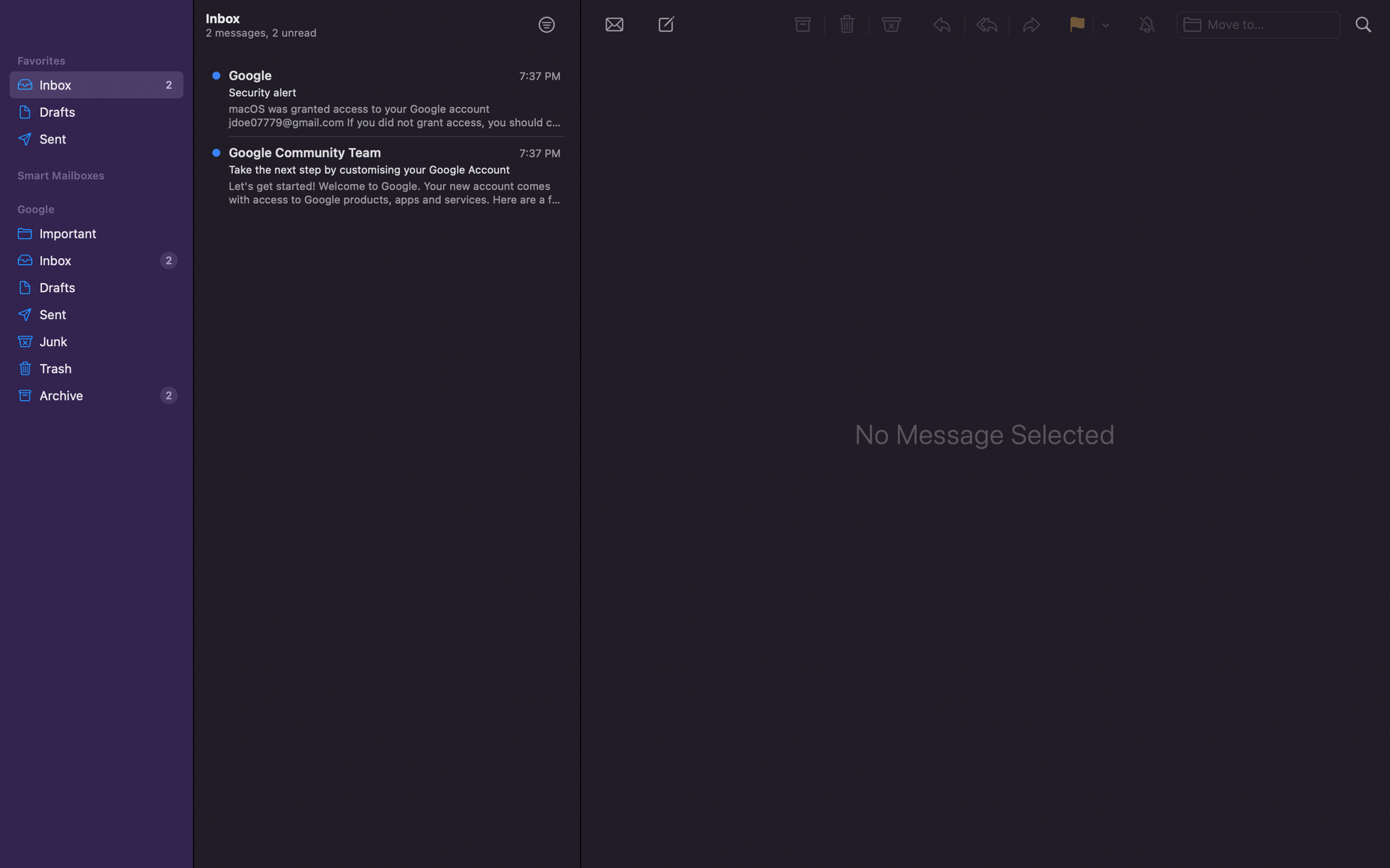 This screenshot has height=868, width=1390. What do you see at coordinates (1032, 26) in the screenshot?
I see `the function to send on the highlighted message` at bounding box center [1032, 26].